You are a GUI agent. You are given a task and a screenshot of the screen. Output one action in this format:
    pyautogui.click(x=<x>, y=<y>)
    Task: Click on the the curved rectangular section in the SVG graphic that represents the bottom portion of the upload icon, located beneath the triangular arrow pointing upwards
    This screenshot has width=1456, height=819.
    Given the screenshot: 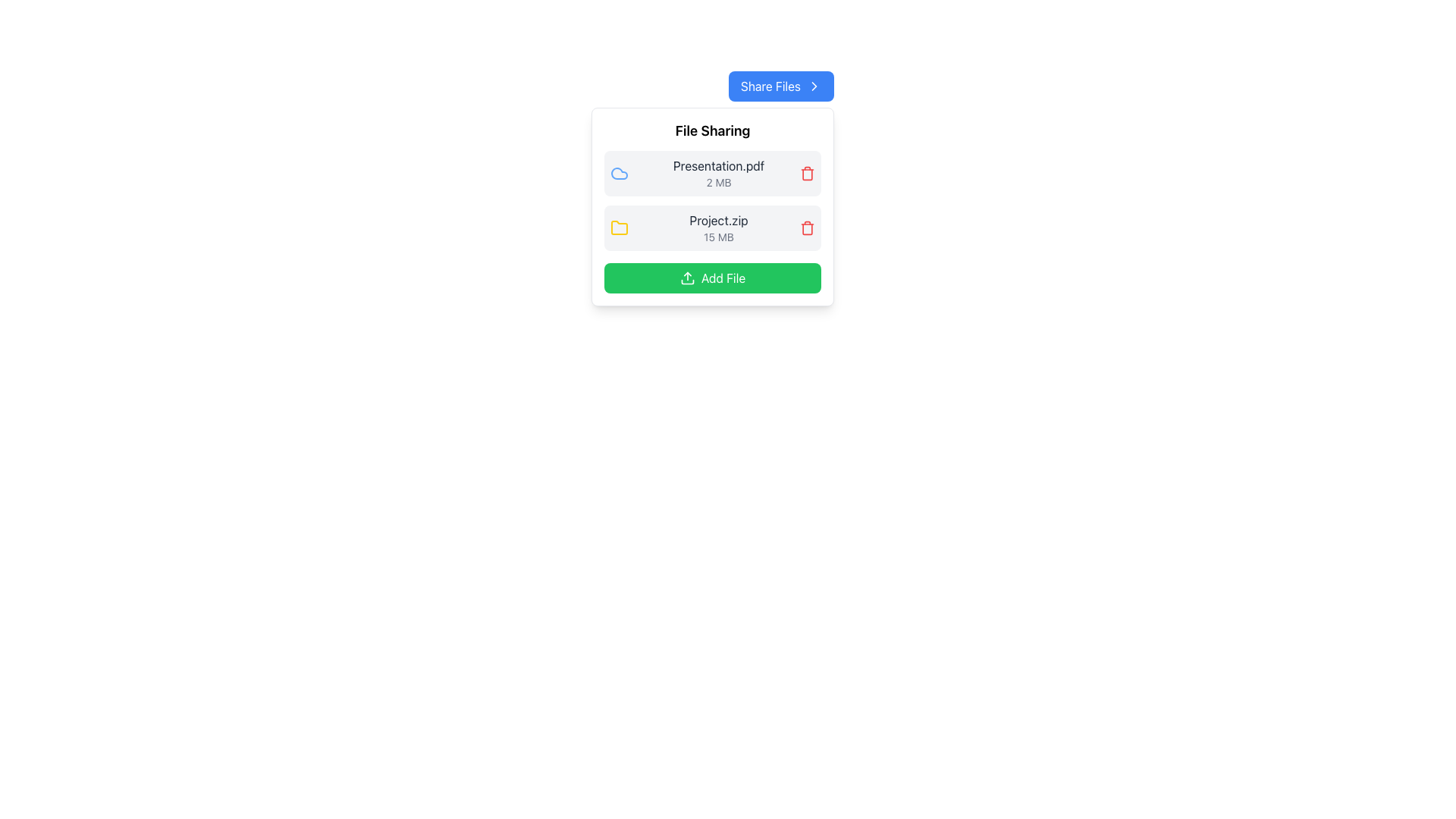 What is the action you would take?
    pyautogui.click(x=687, y=281)
    